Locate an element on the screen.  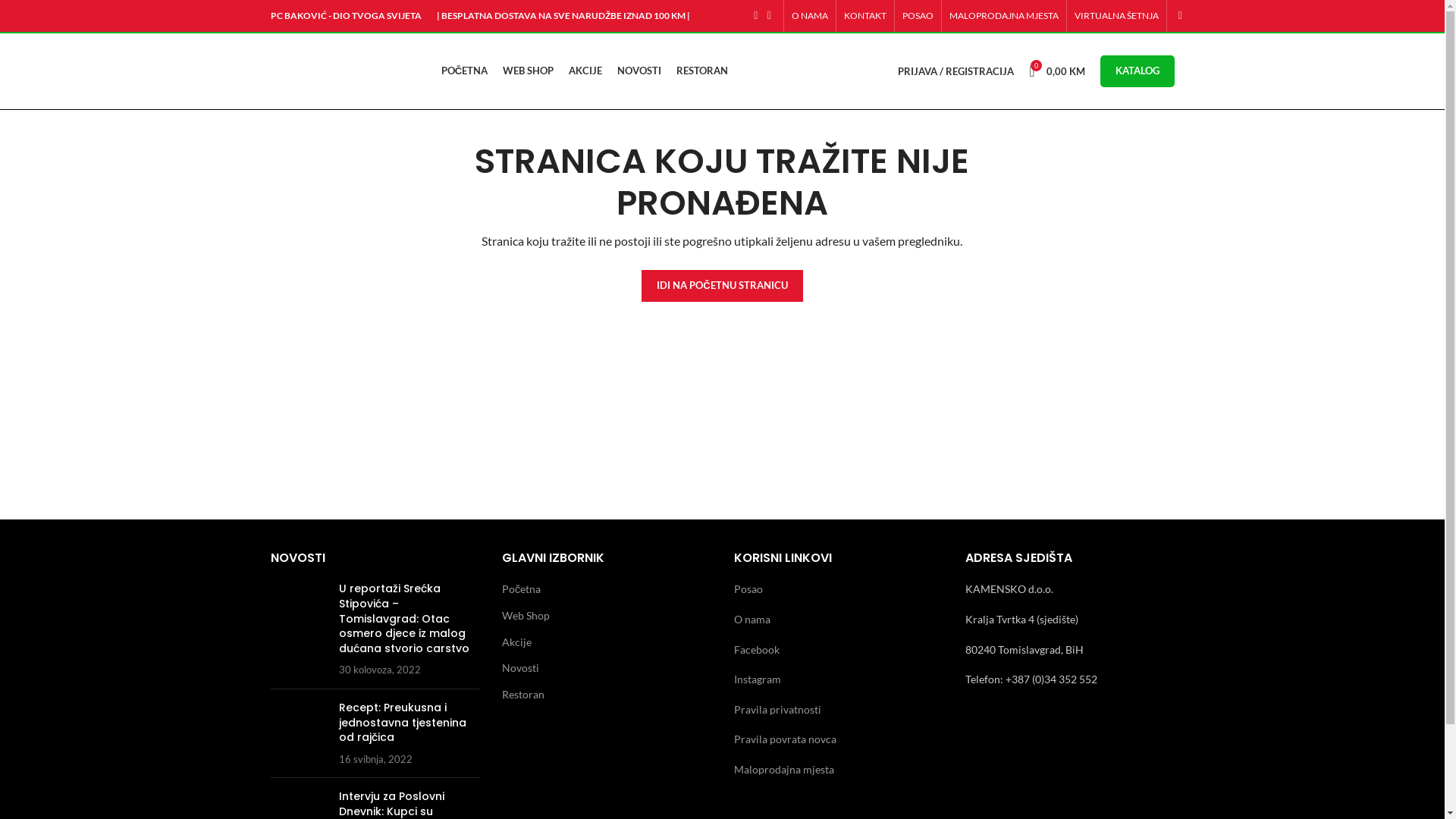
'O NAMA' is located at coordinates (808, 15).